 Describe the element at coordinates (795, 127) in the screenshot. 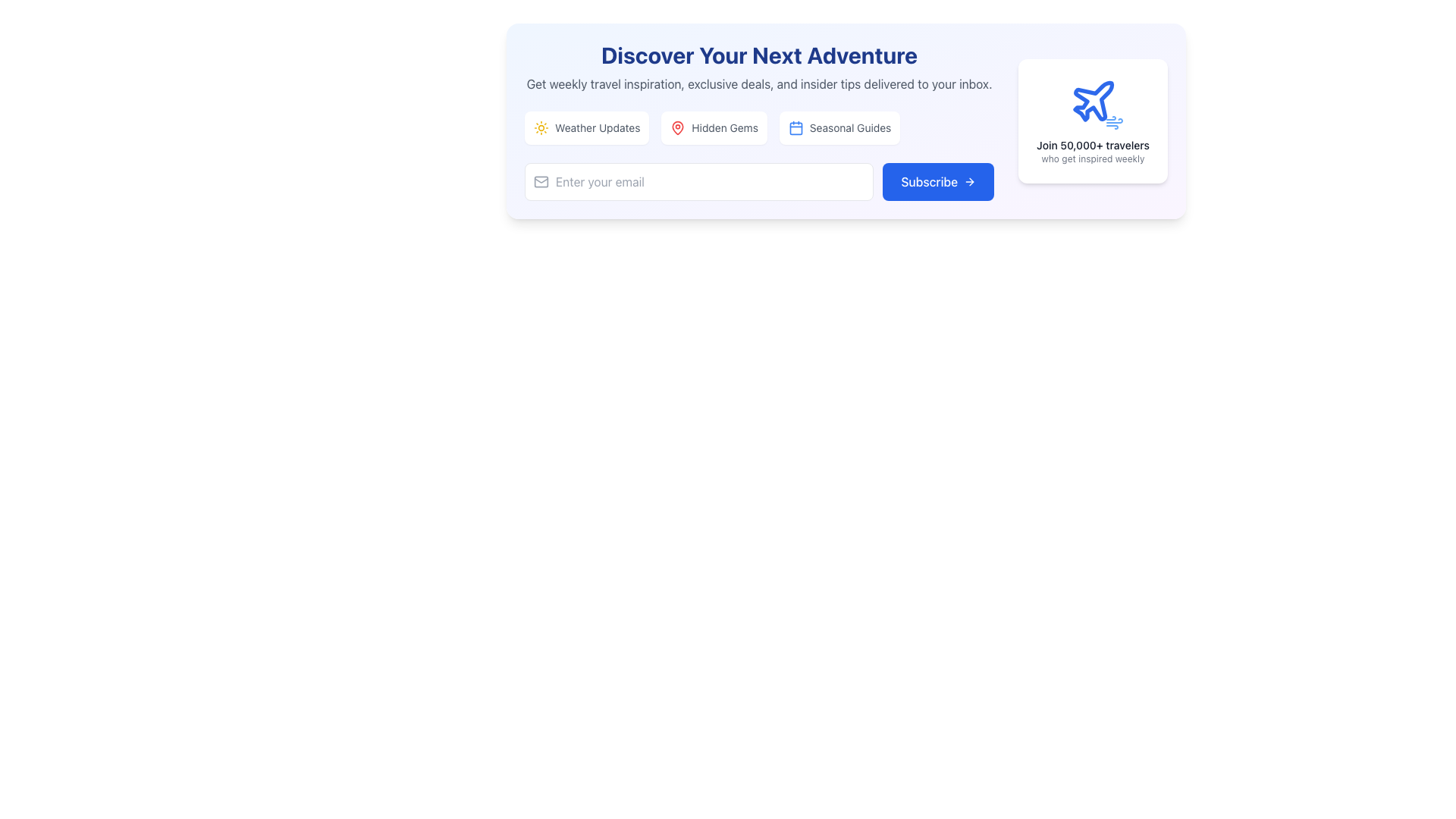

I see `the decorative calendar icon representing a date in the Seasonal Guides category selector, located at the top section of the interface` at that location.